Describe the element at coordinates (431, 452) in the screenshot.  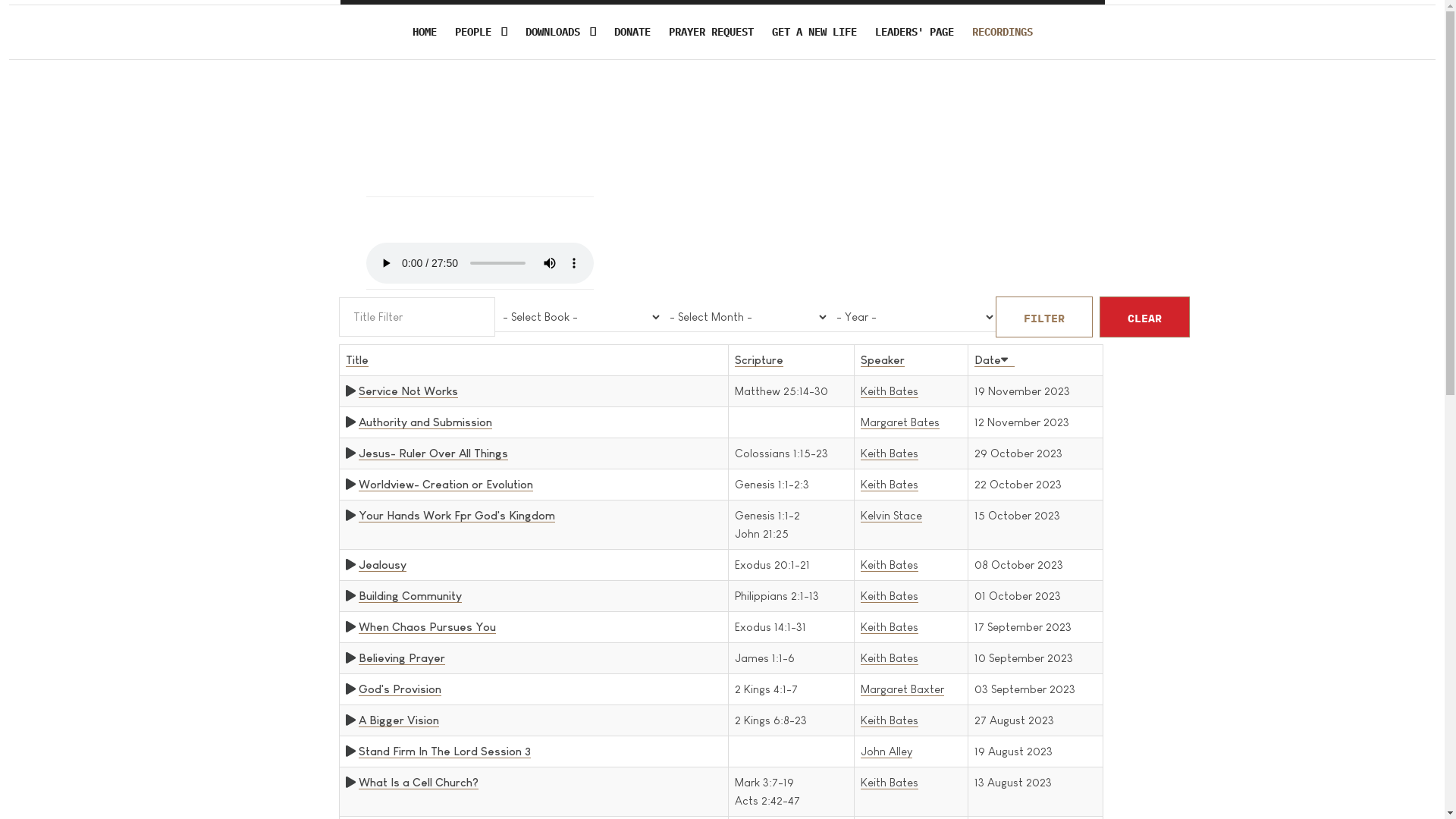
I see `'Jesus- Ruler Over All Things'` at that location.